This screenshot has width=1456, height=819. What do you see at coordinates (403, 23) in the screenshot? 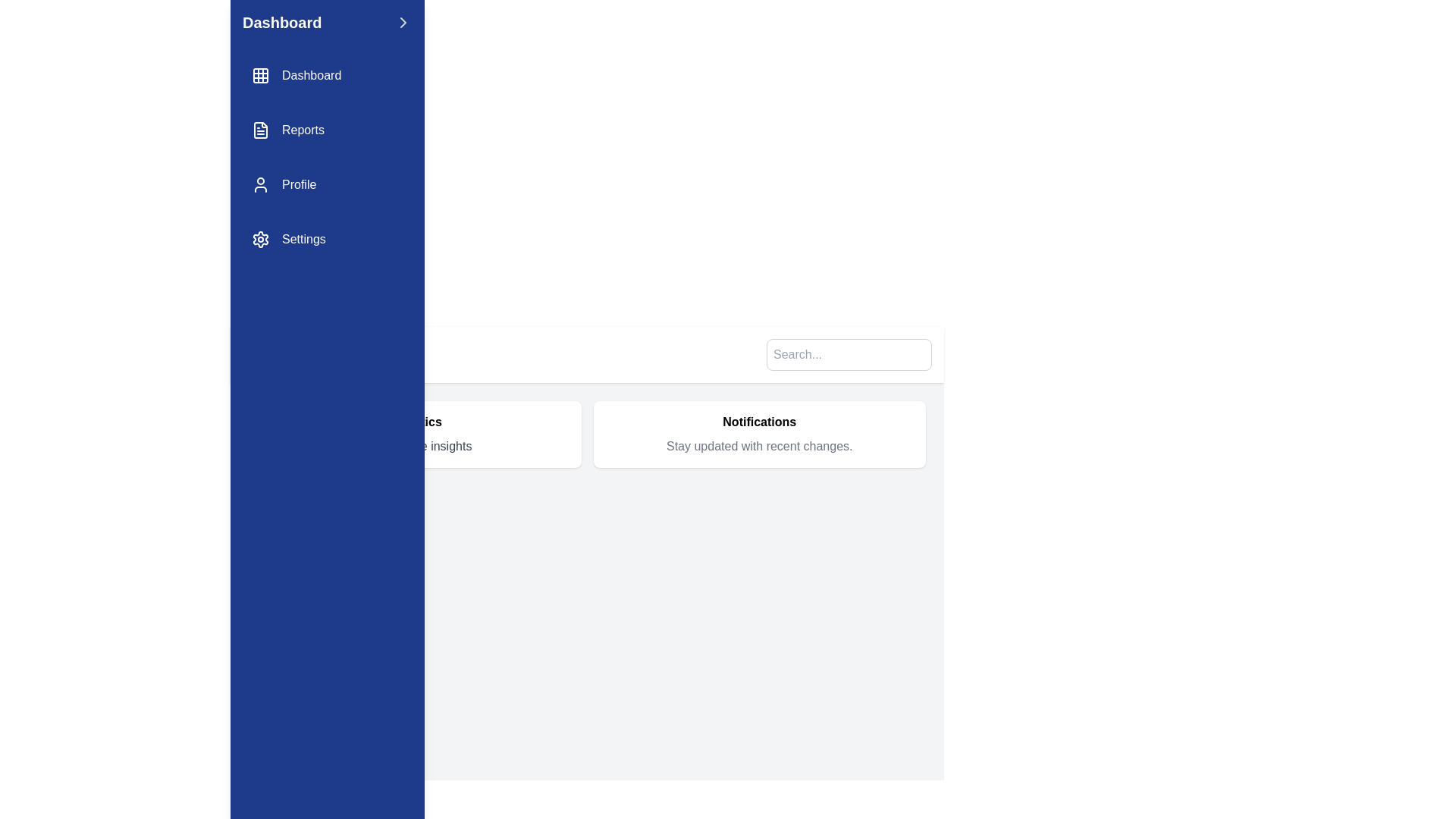
I see `the chevron-shaped icon button on the right end of the navigation bar, next to the 'Dashboard' title` at bounding box center [403, 23].